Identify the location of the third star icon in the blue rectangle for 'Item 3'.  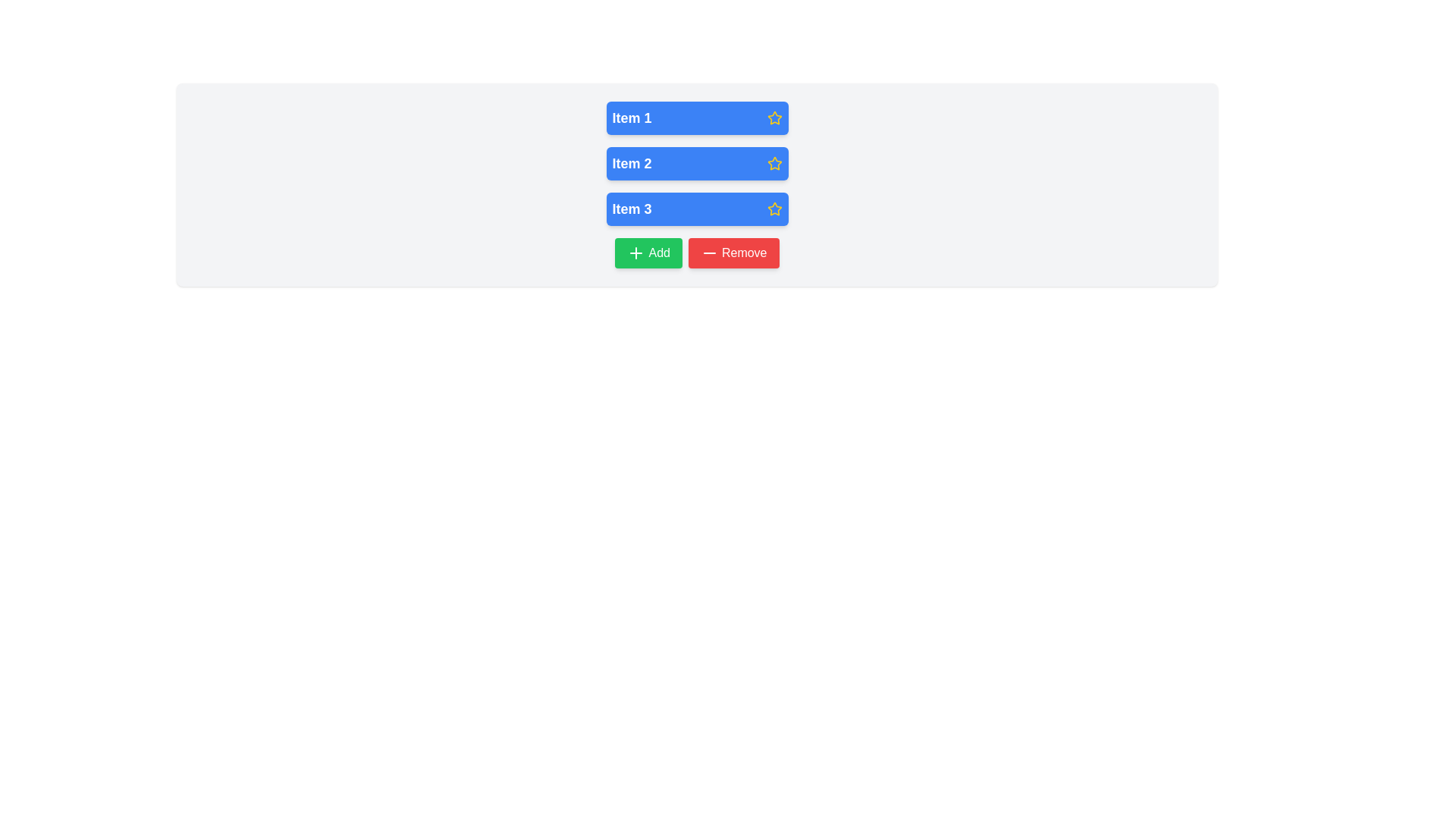
(774, 209).